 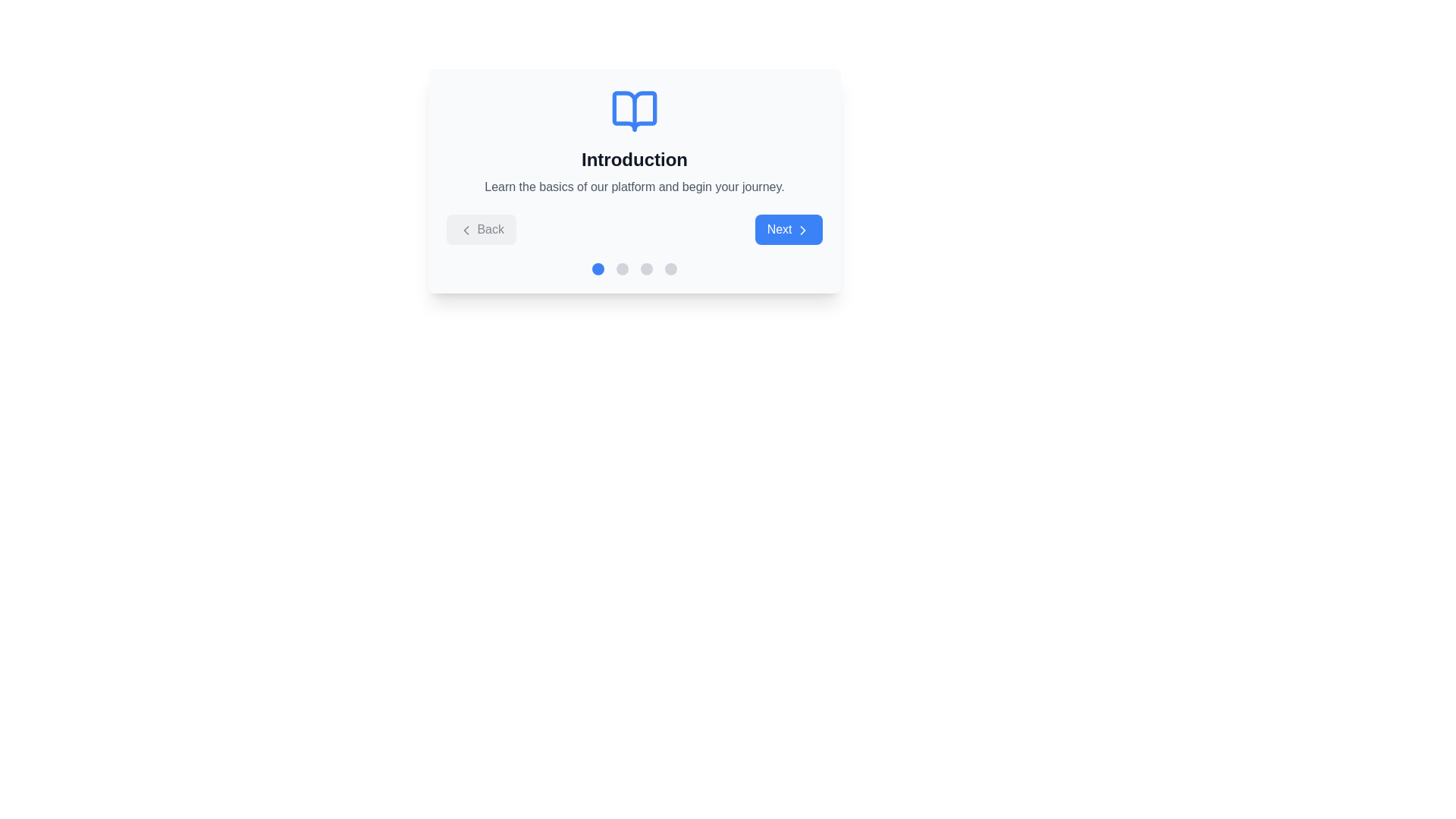 What do you see at coordinates (802, 230) in the screenshot?
I see `the right-pointing chevron icon located within the 'Next' button, which has a blue background and white text` at bounding box center [802, 230].